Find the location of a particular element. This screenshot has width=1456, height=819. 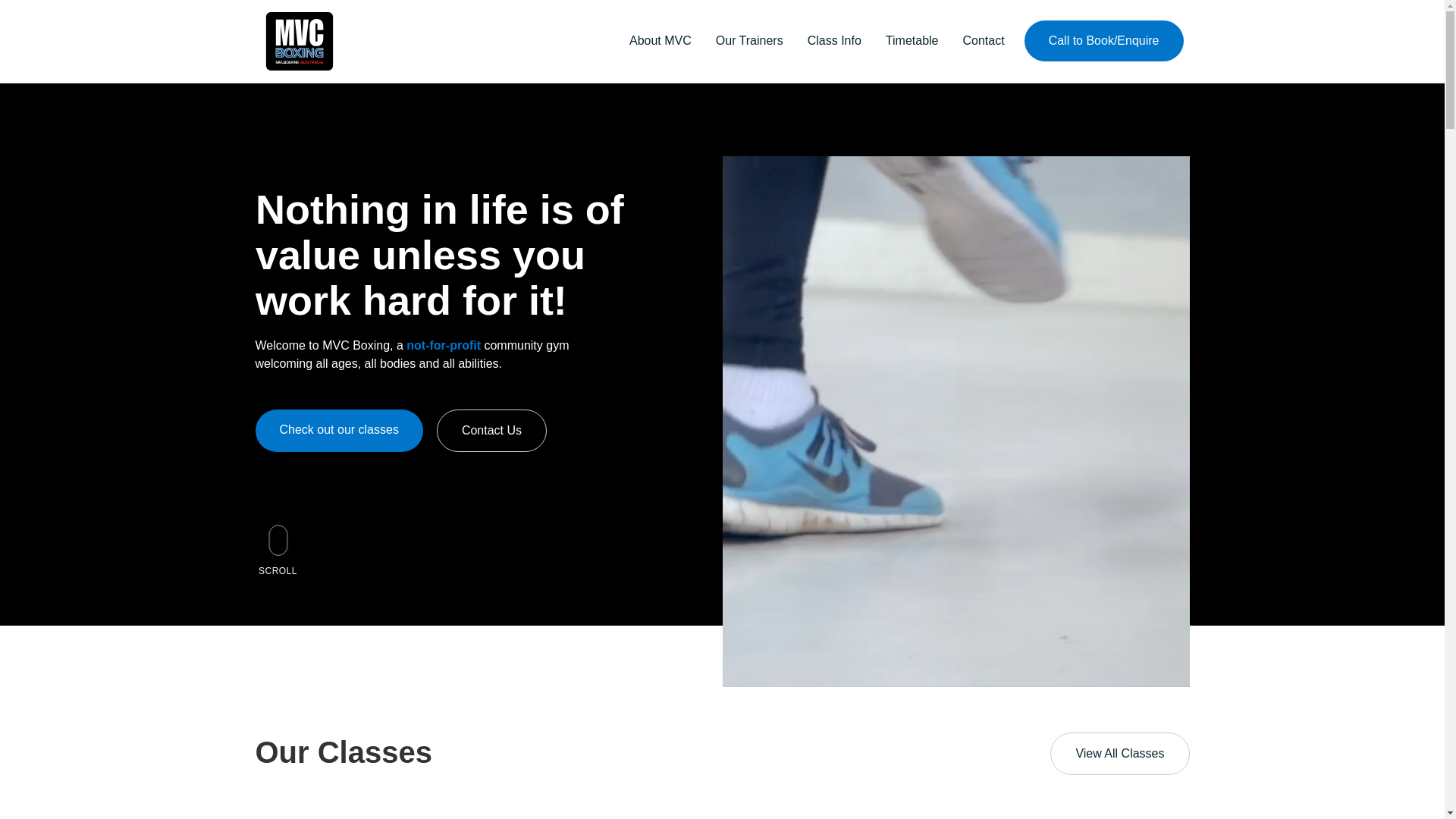

'Class Info' is located at coordinates (833, 40).